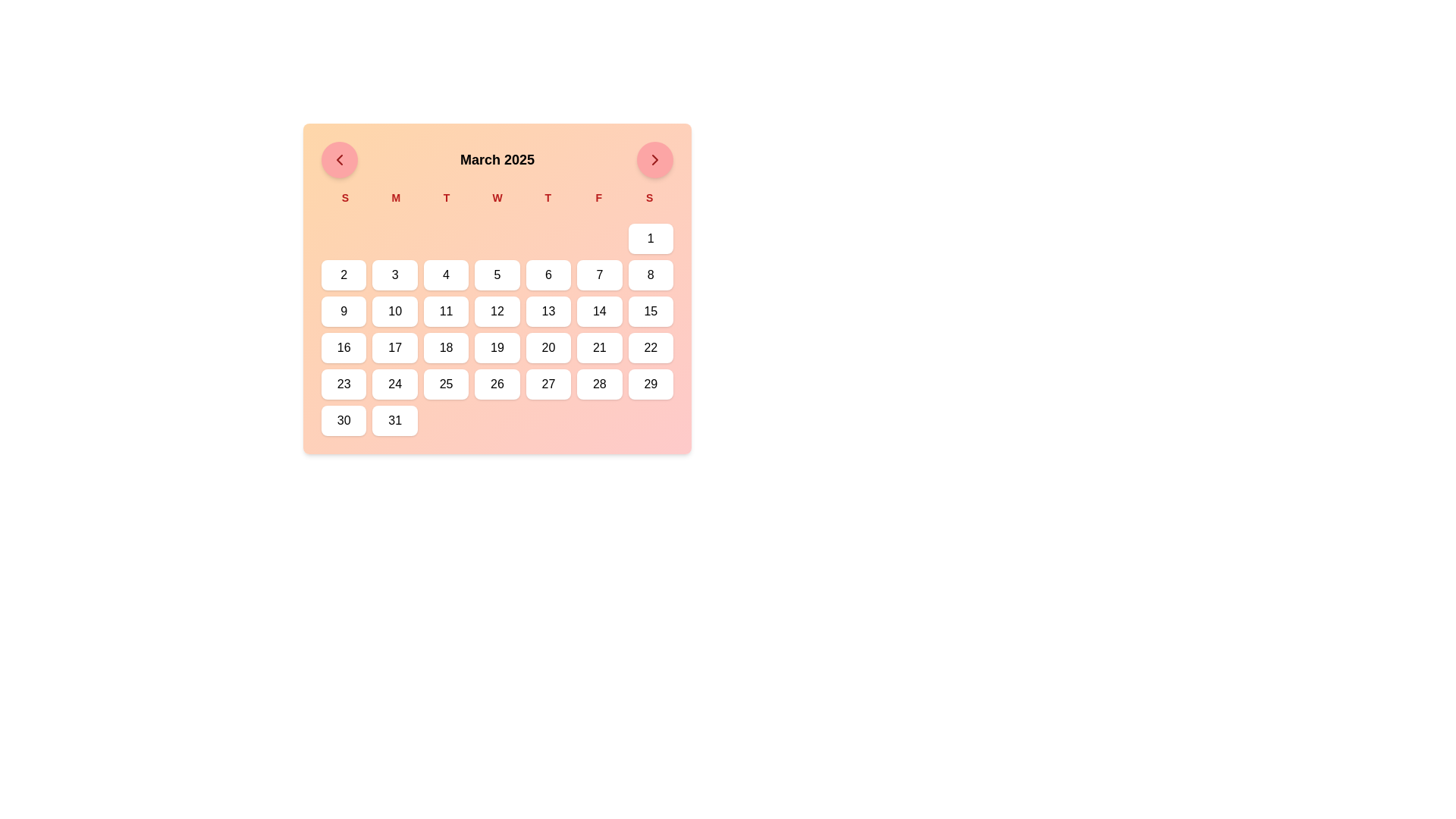  I want to click on the button with rounded corners, white background, and the text '30', so click(343, 421).